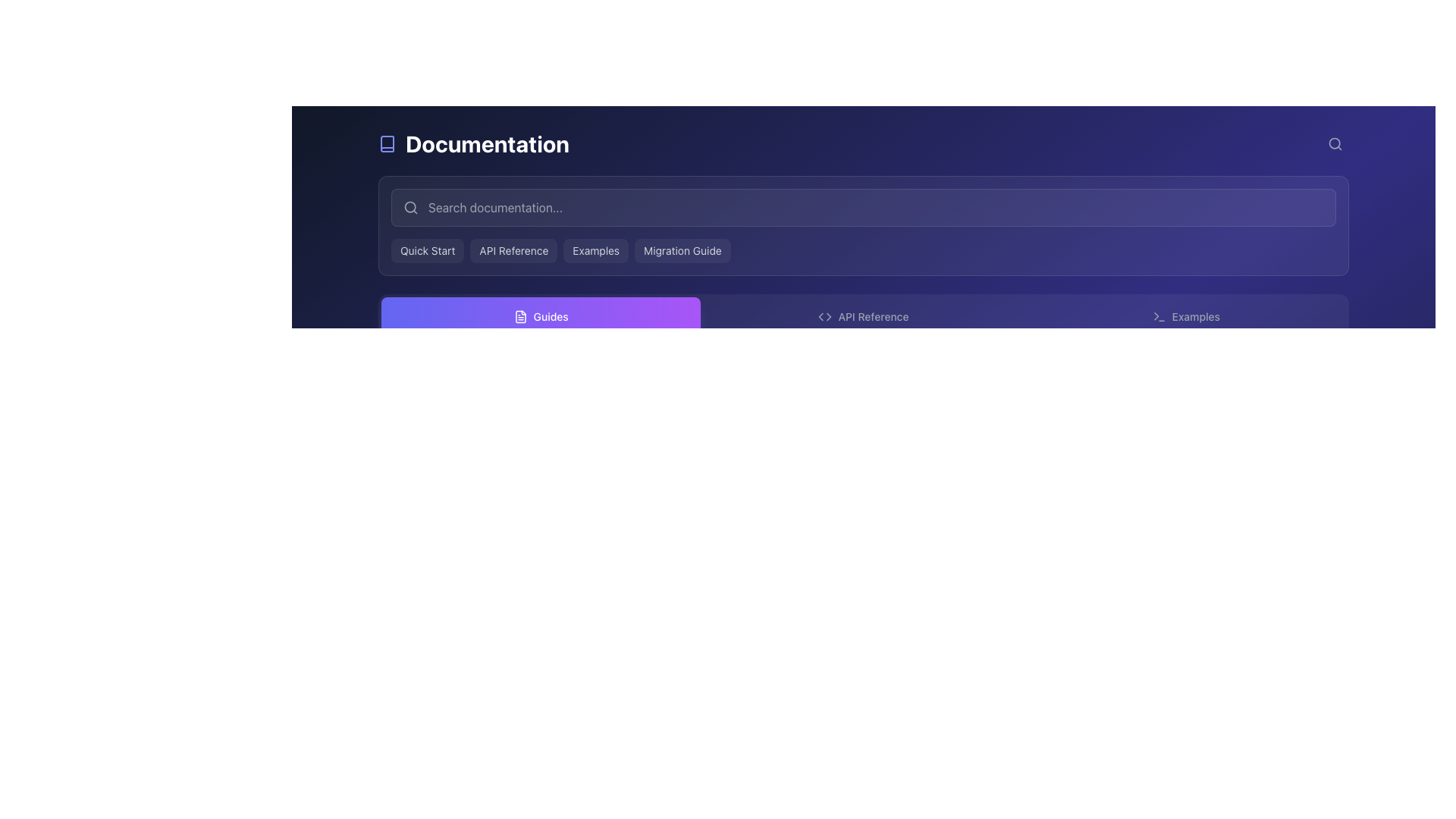 This screenshot has width=1456, height=819. What do you see at coordinates (411, 207) in the screenshot?
I see `the circular magnifying glass search icon, which is located inside the search bar on the left side, aligning vertically with the input field text` at bounding box center [411, 207].